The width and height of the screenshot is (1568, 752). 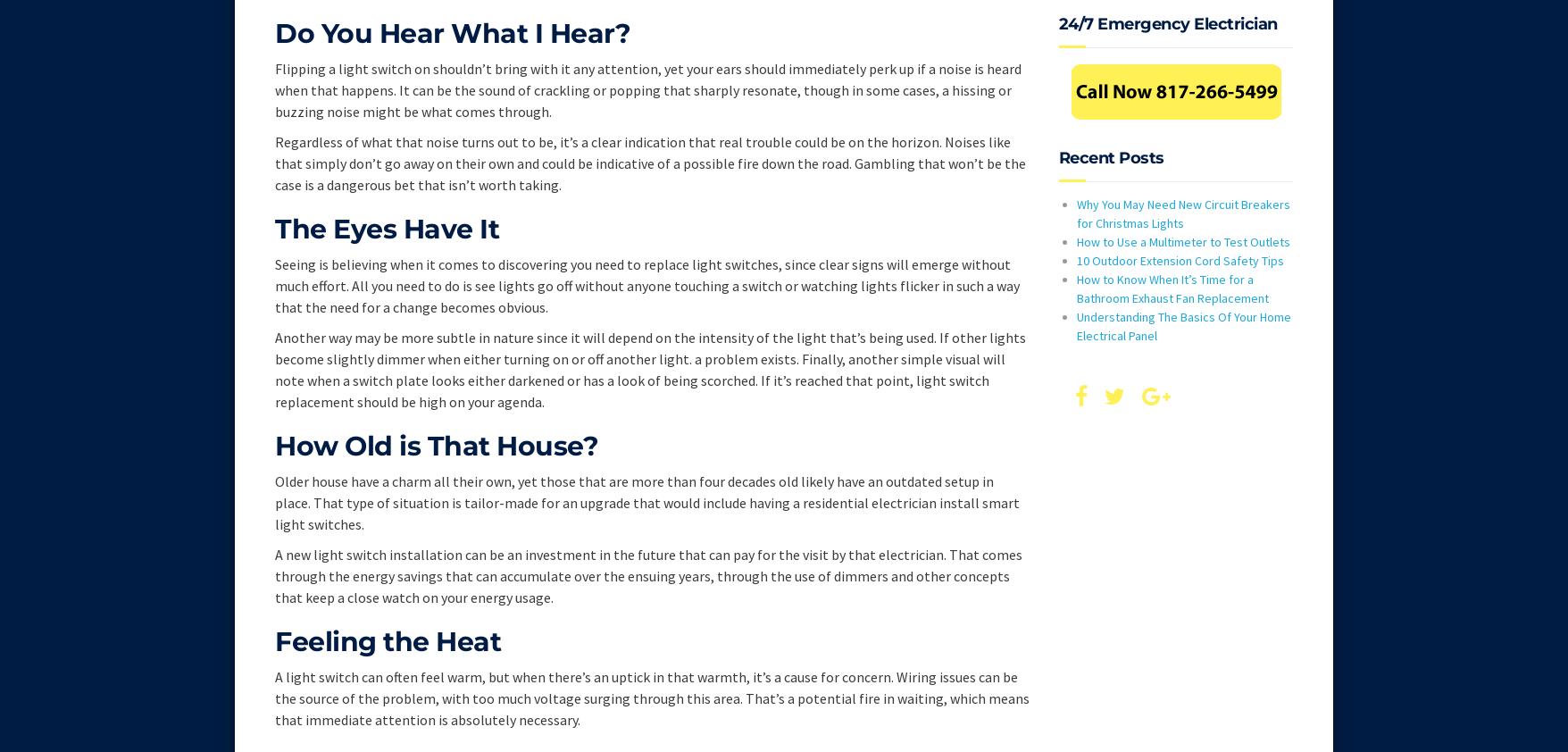 What do you see at coordinates (1171, 288) in the screenshot?
I see `'How to Know When It’s Time for a Bathroom Exhaust Fan Replacement'` at bounding box center [1171, 288].